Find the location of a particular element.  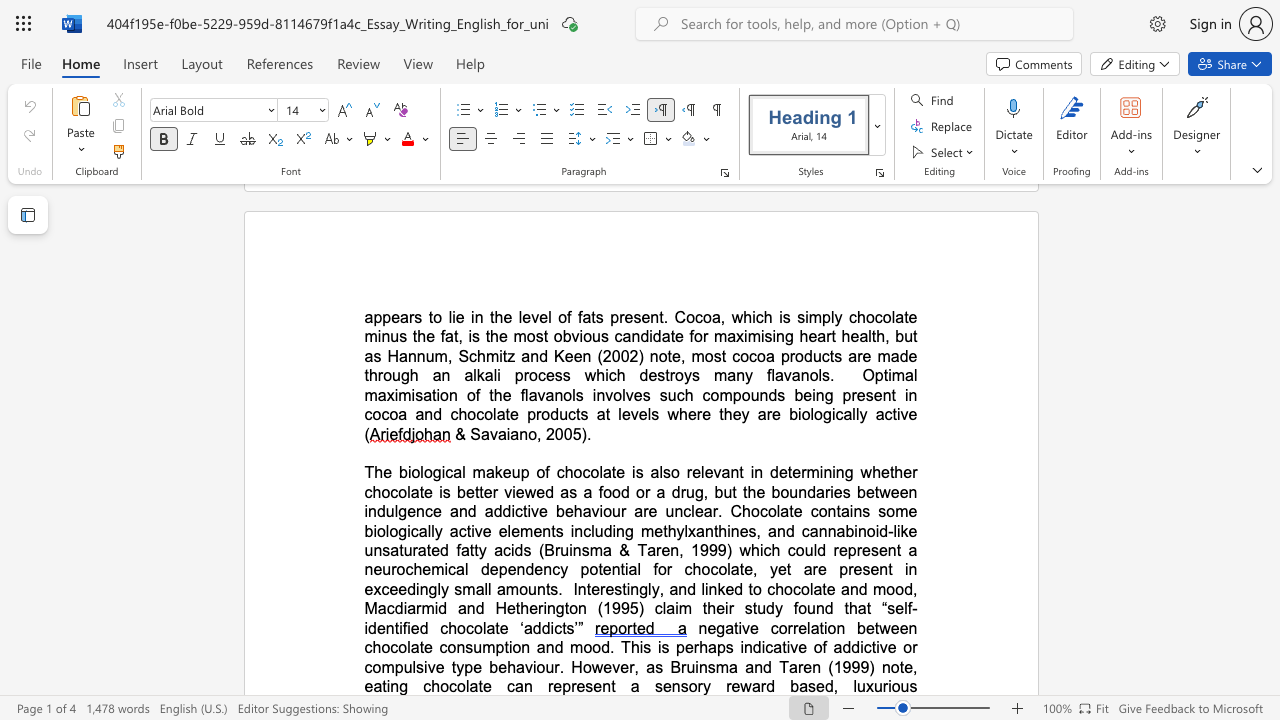

the subset text "ompulsive type behaviour." within the text "of addictive or compulsive type behaviour. However, as Bruinsma and Taren (1999) note, eating chocolate can" is located at coordinates (372, 667).